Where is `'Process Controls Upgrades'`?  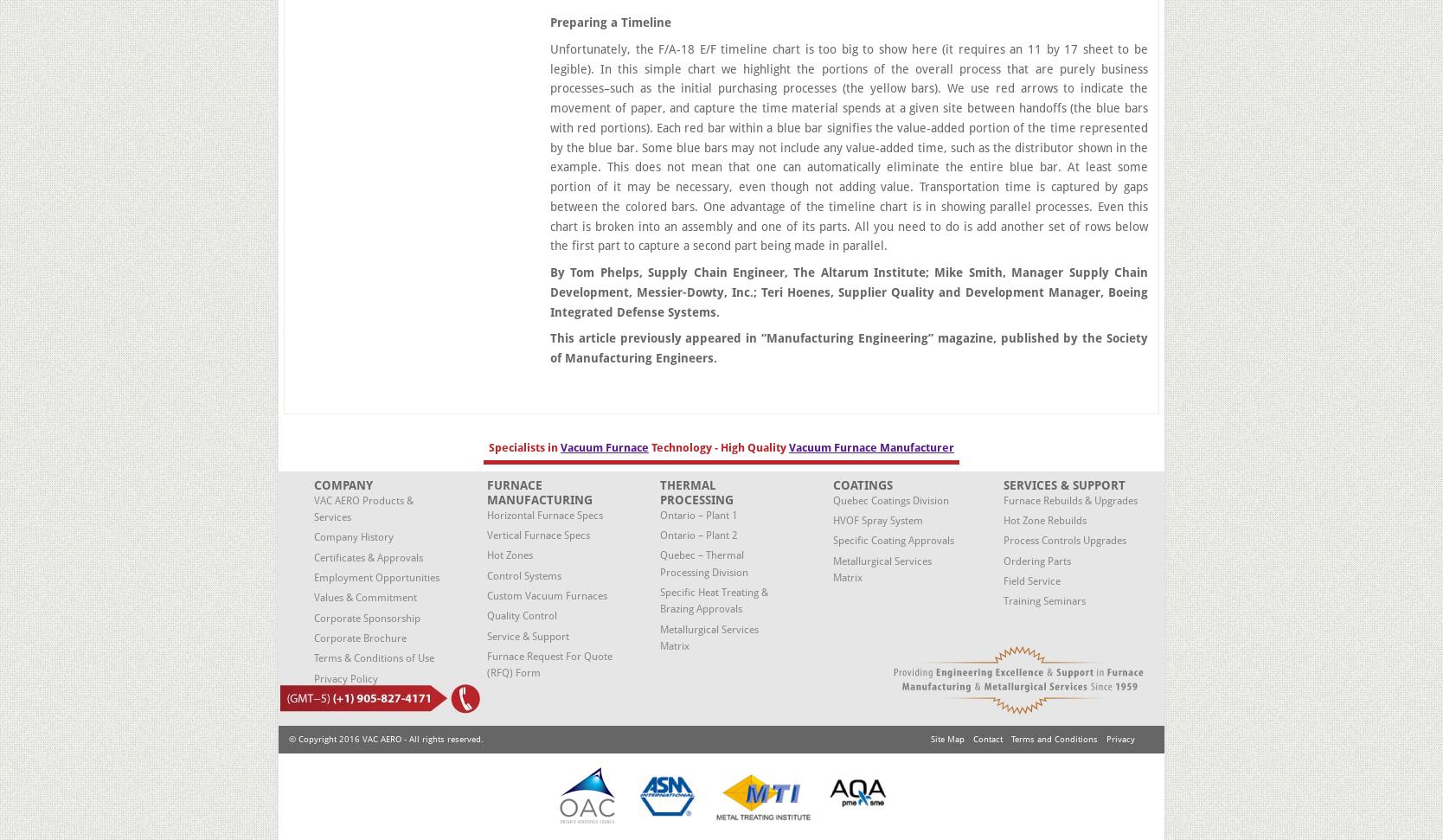 'Process Controls Upgrades' is located at coordinates (1063, 540).